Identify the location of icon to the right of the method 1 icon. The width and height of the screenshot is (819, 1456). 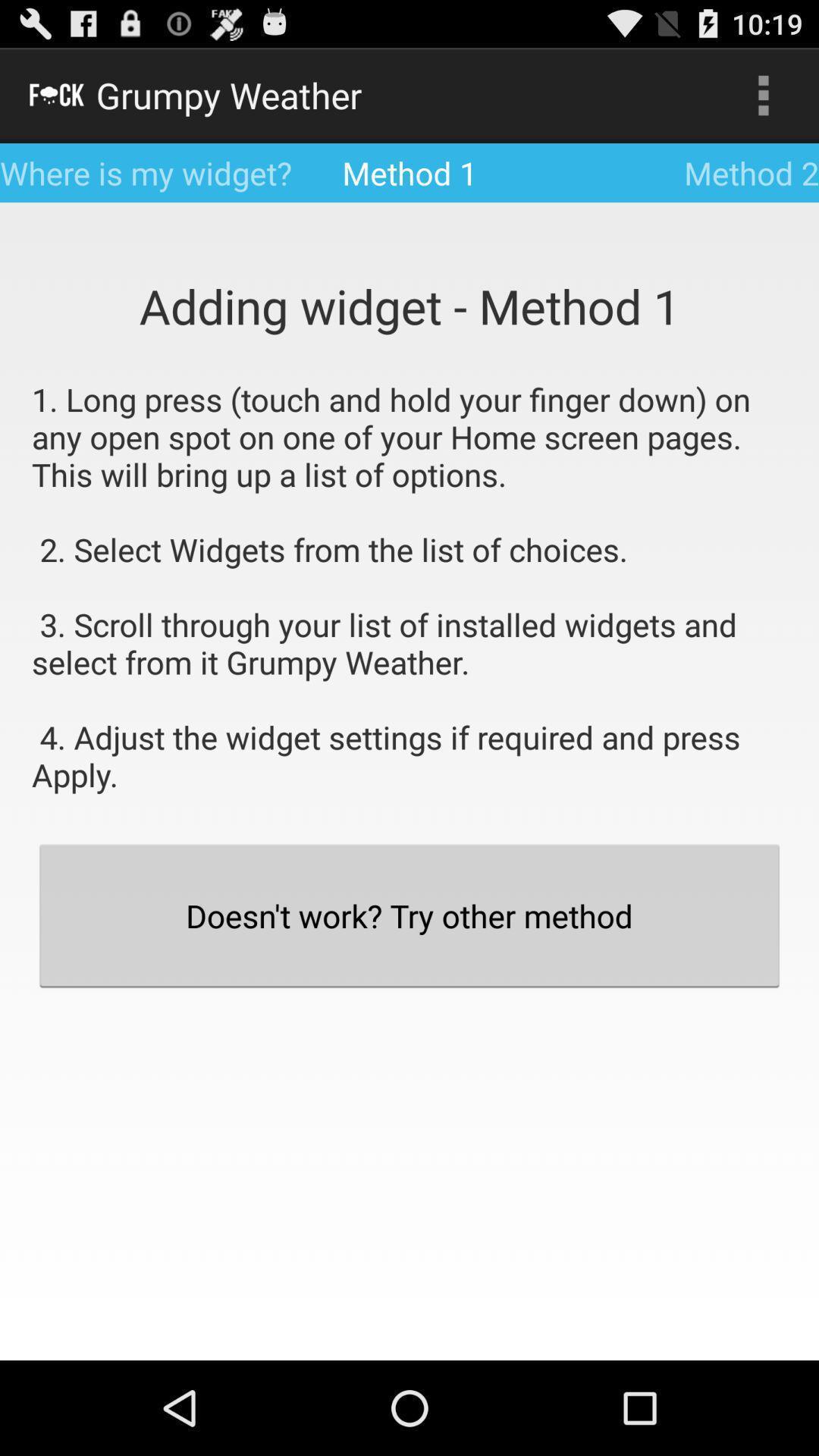
(763, 94).